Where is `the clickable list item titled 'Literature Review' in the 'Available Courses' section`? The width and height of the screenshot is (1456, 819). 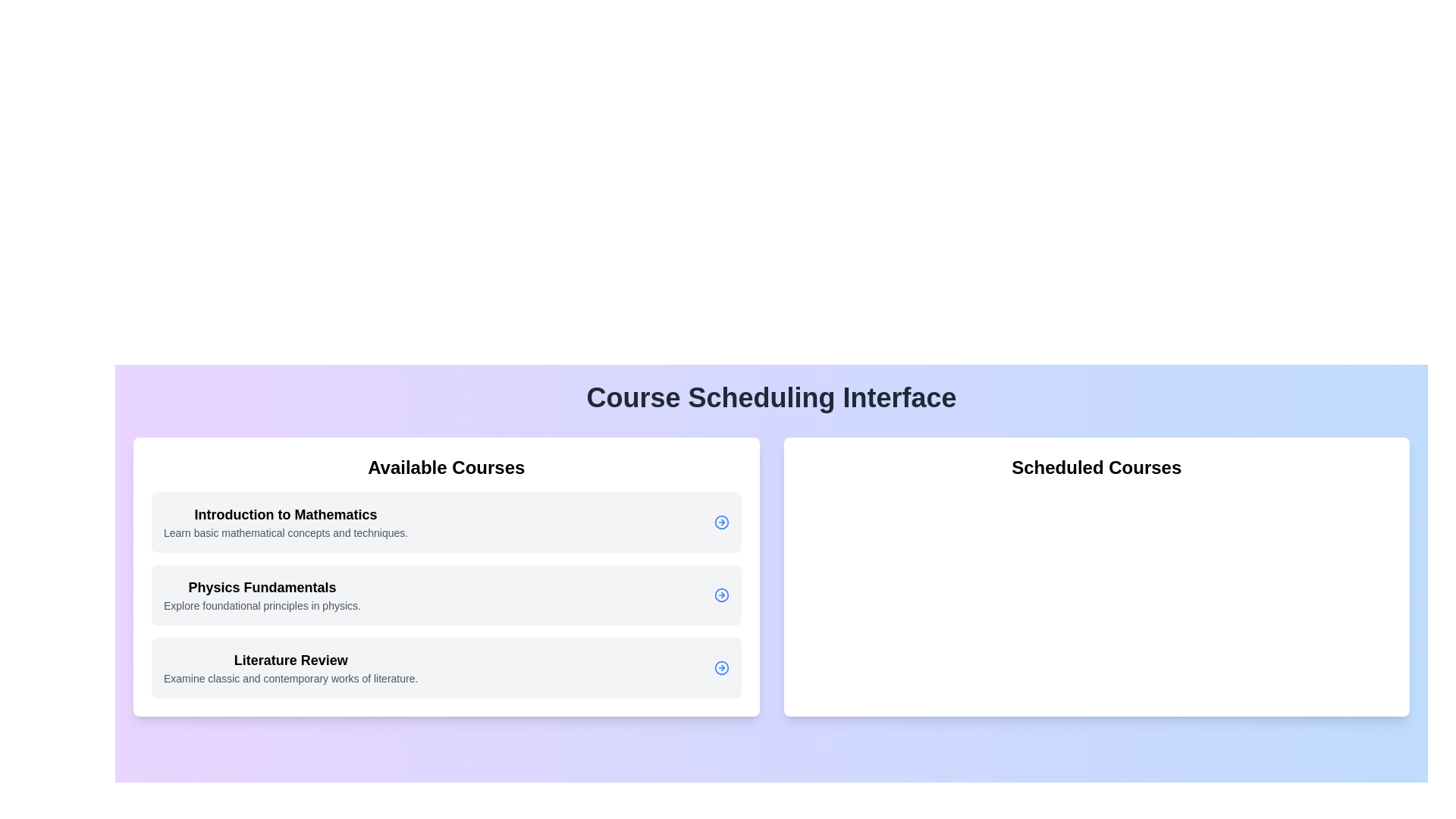
the clickable list item titled 'Literature Review' in the 'Available Courses' section is located at coordinates (445, 667).